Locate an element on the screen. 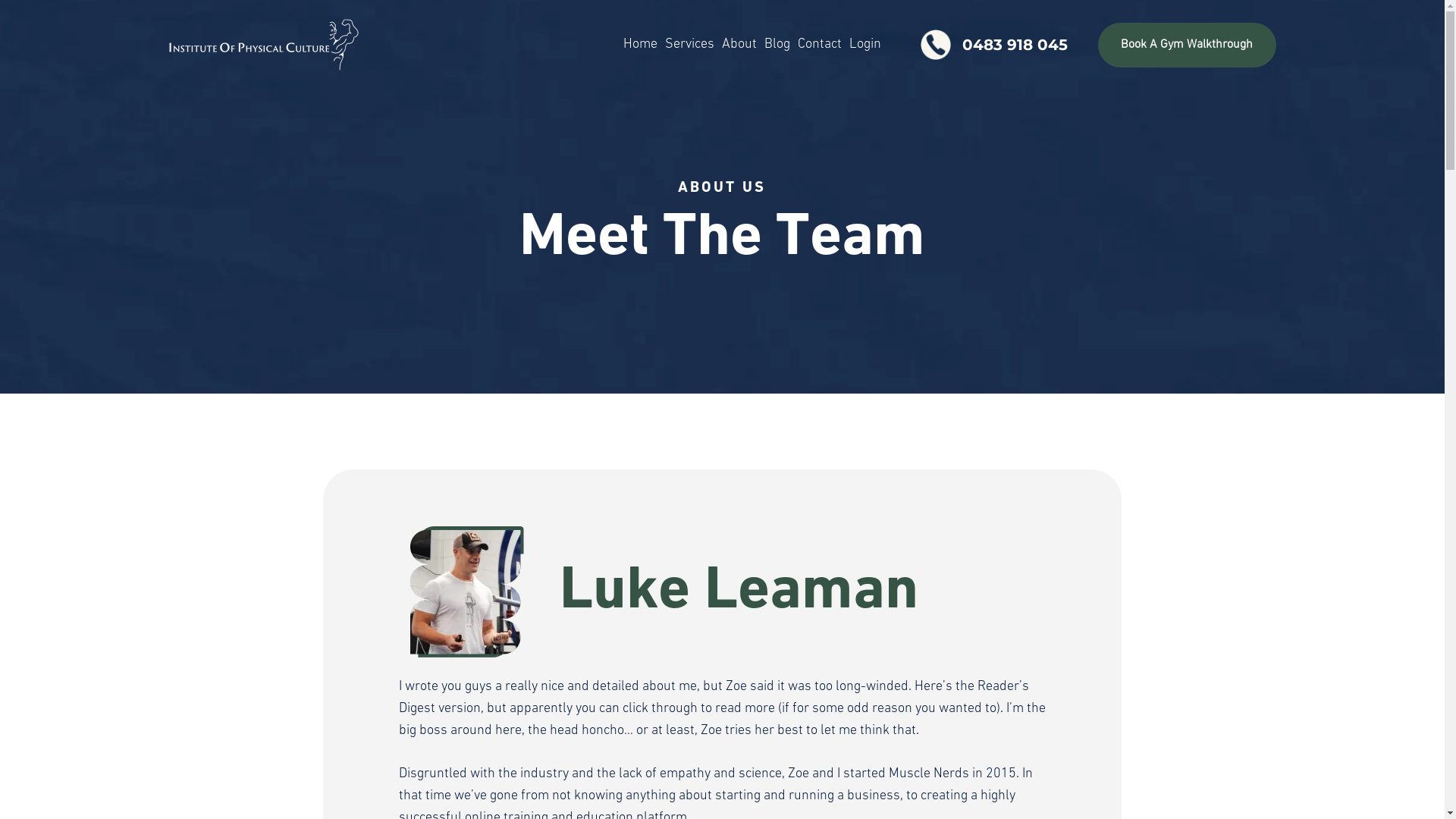  'Book A Gym Walkthrough' is located at coordinates (1185, 44).